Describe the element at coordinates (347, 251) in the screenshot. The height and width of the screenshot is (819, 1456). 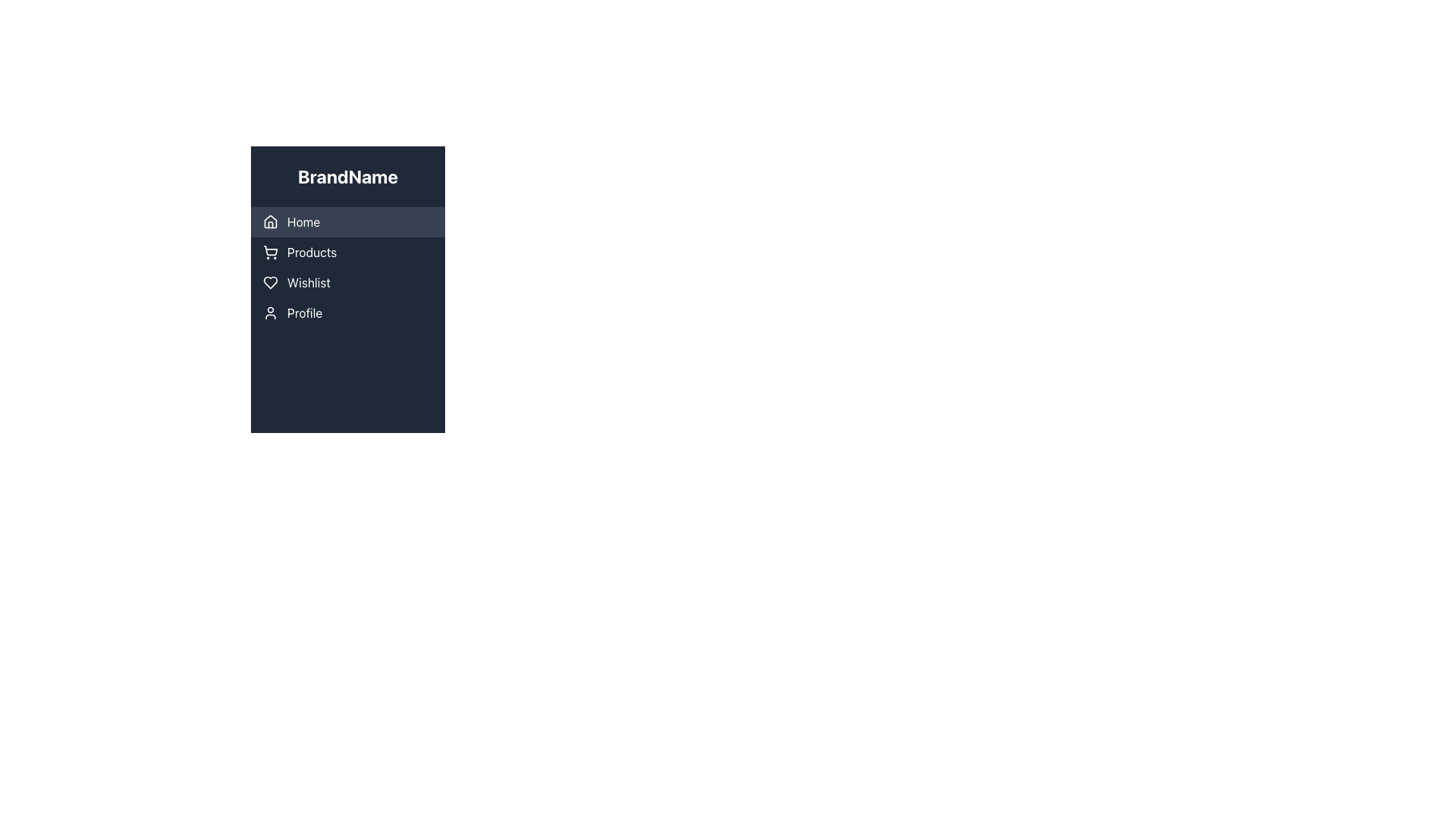
I see `the 'Products' button in the vertical navigation menu` at that location.